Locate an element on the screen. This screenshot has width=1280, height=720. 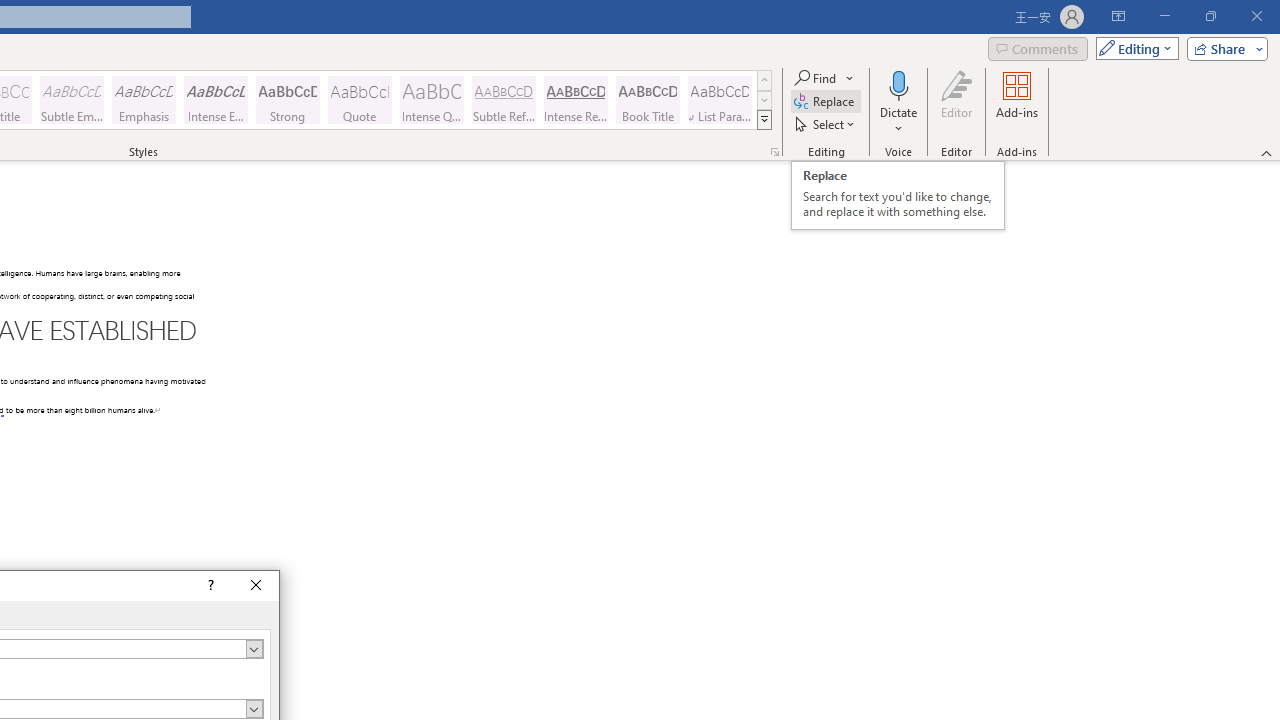
'Intense Emphasis' is located at coordinates (216, 100).